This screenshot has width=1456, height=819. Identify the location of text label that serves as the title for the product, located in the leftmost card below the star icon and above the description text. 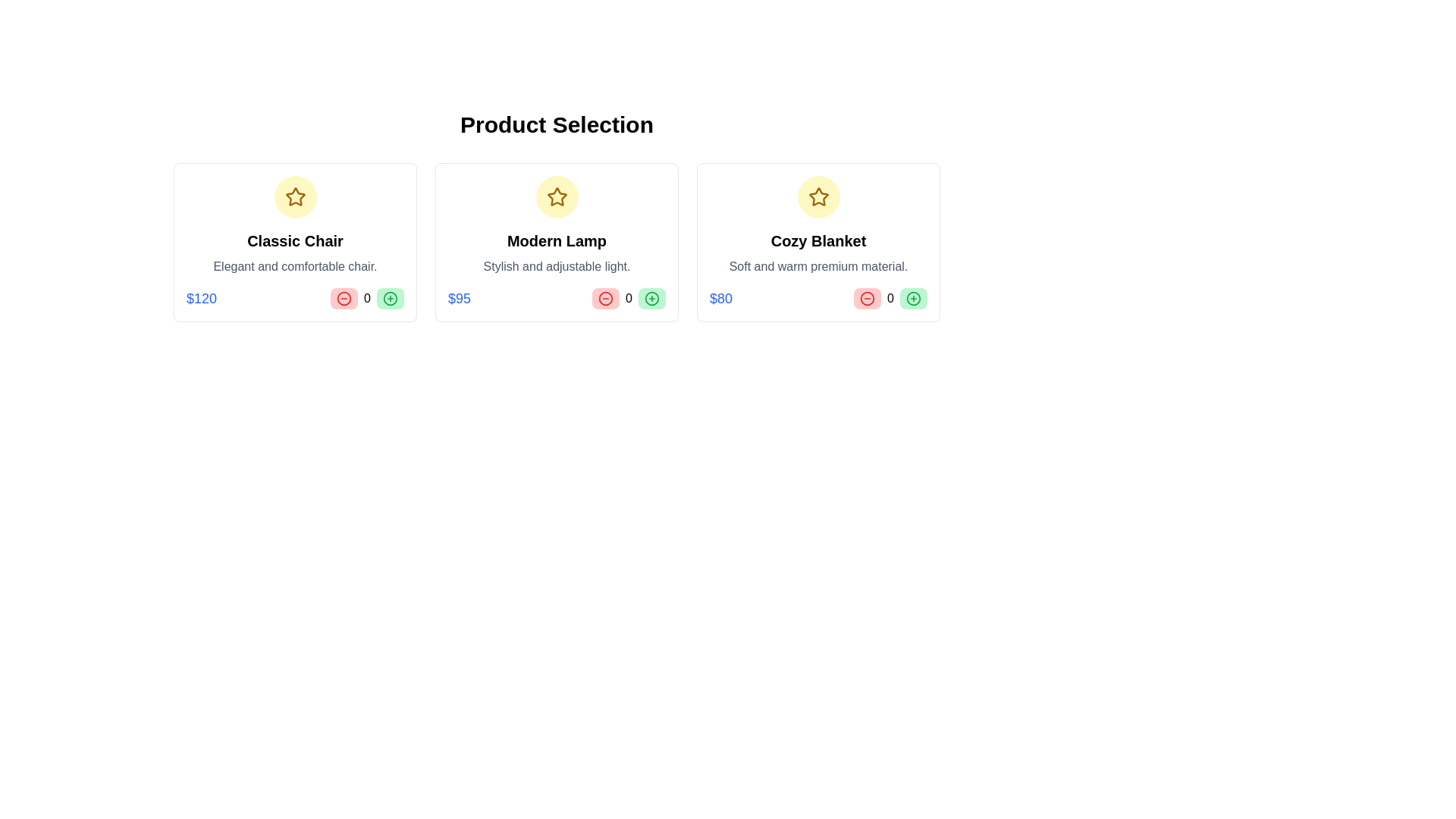
(295, 240).